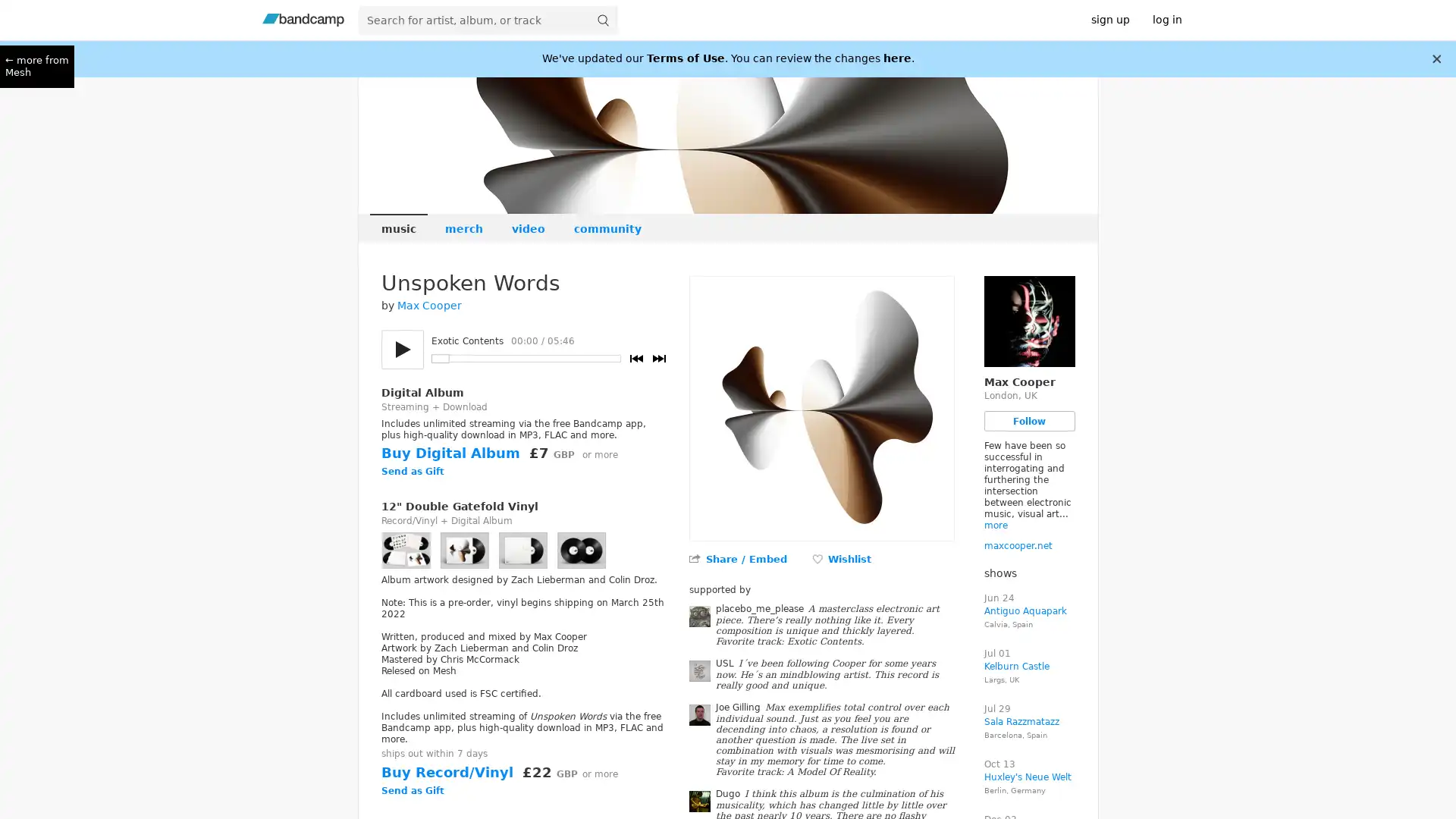 The image size is (1456, 819). Describe the element at coordinates (446, 772) in the screenshot. I see `Buy Record/Vinyl` at that location.